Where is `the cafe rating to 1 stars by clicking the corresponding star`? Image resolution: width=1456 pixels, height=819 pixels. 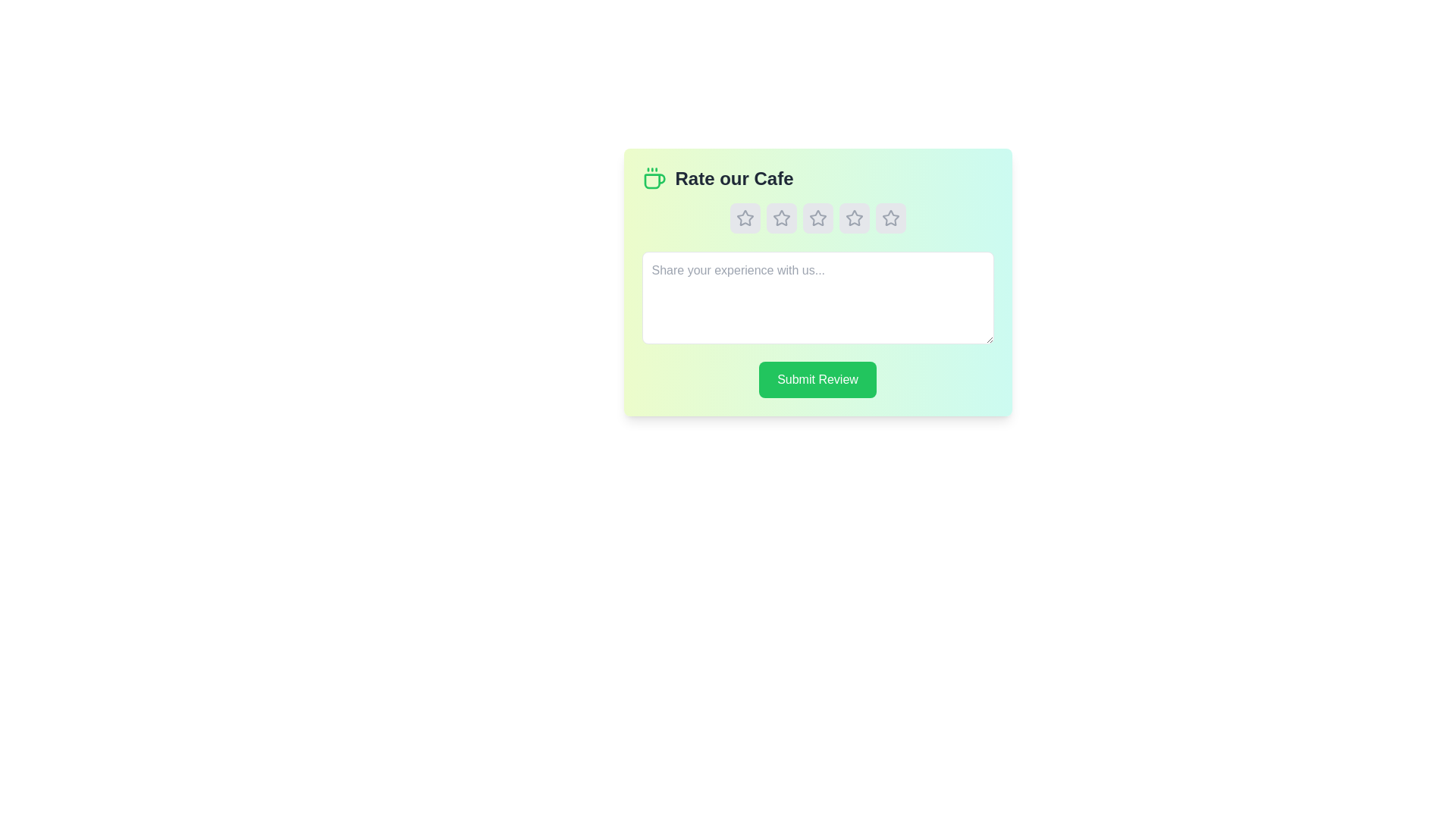 the cafe rating to 1 stars by clicking the corresponding star is located at coordinates (745, 218).